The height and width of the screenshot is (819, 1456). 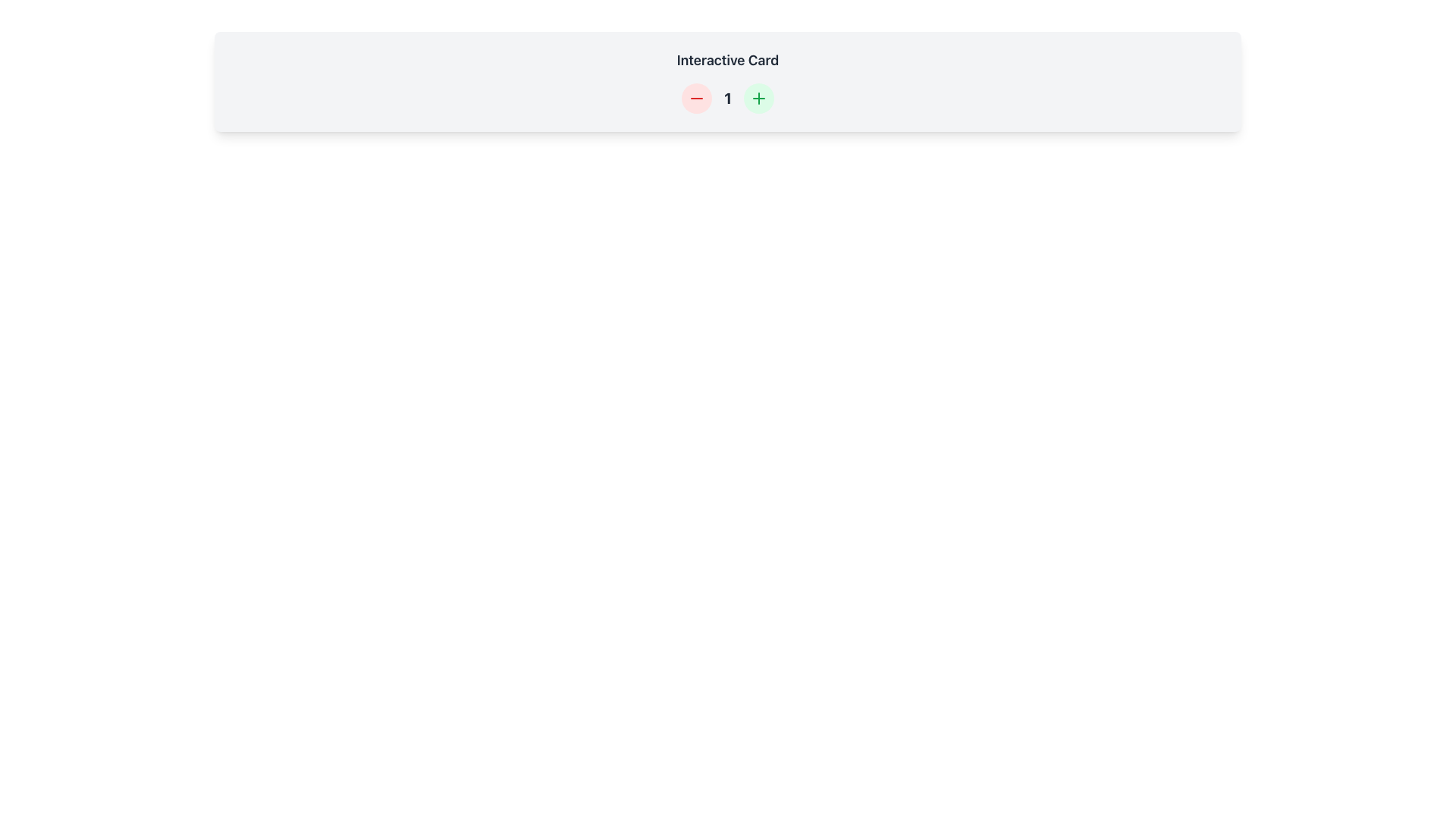 What do you see at coordinates (758, 99) in the screenshot?
I see `the increment button located on the right side of the numeric label` at bounding box center [758, 99].